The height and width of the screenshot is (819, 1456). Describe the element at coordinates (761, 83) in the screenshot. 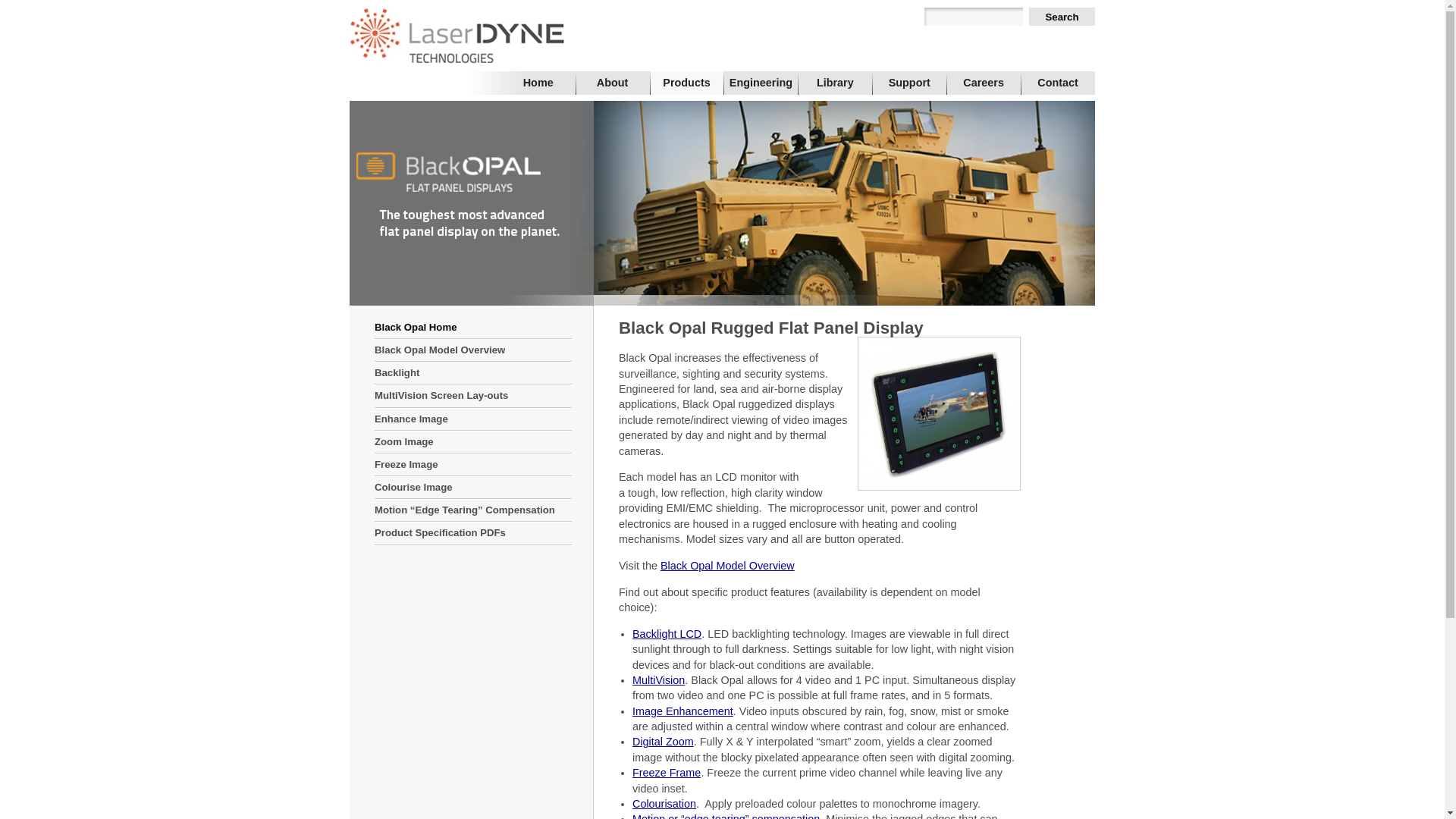

I see `'Engineering'` at that location.